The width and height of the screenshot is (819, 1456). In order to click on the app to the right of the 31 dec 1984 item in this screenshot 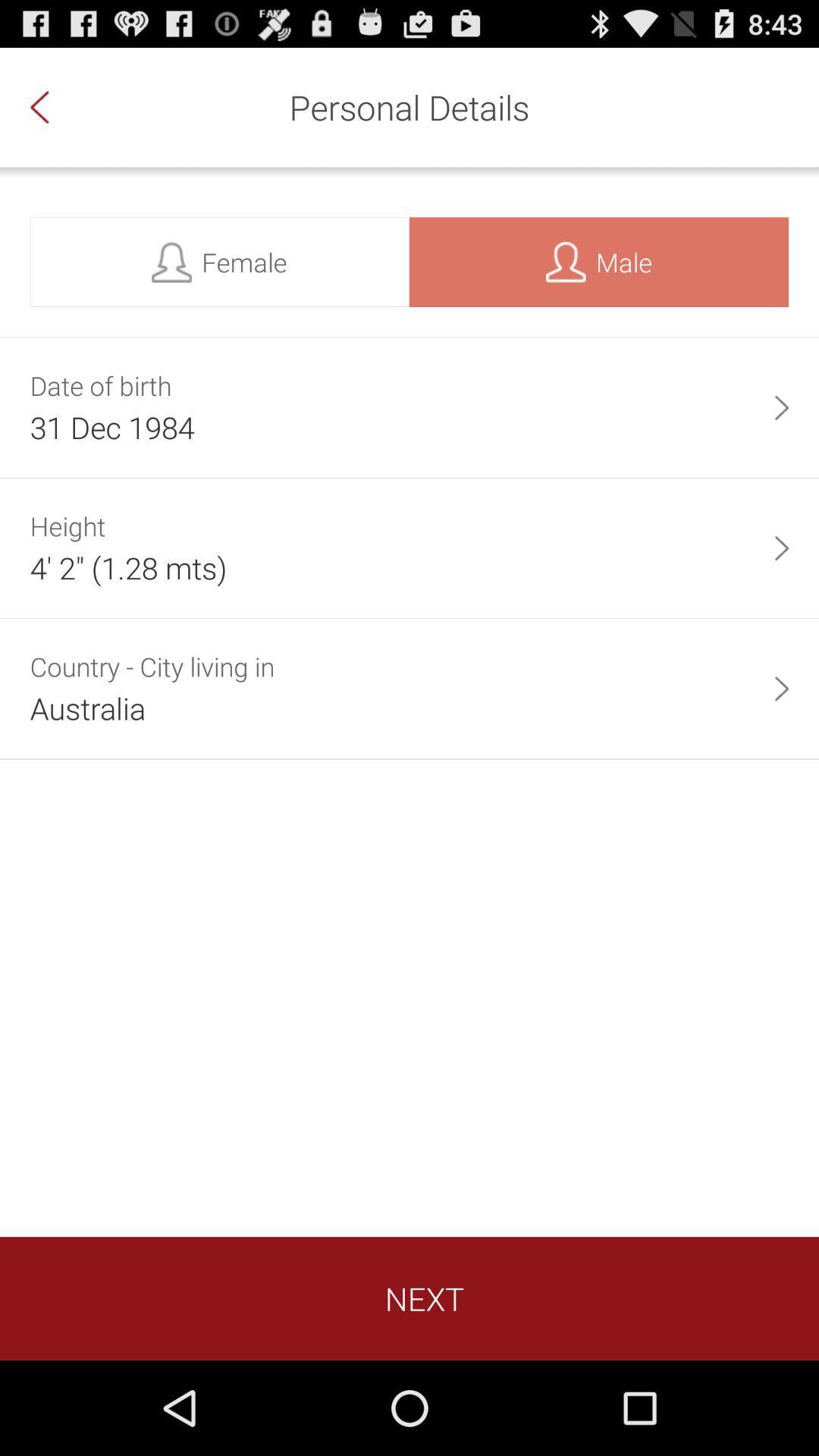, I will do `click(781, 407)`.